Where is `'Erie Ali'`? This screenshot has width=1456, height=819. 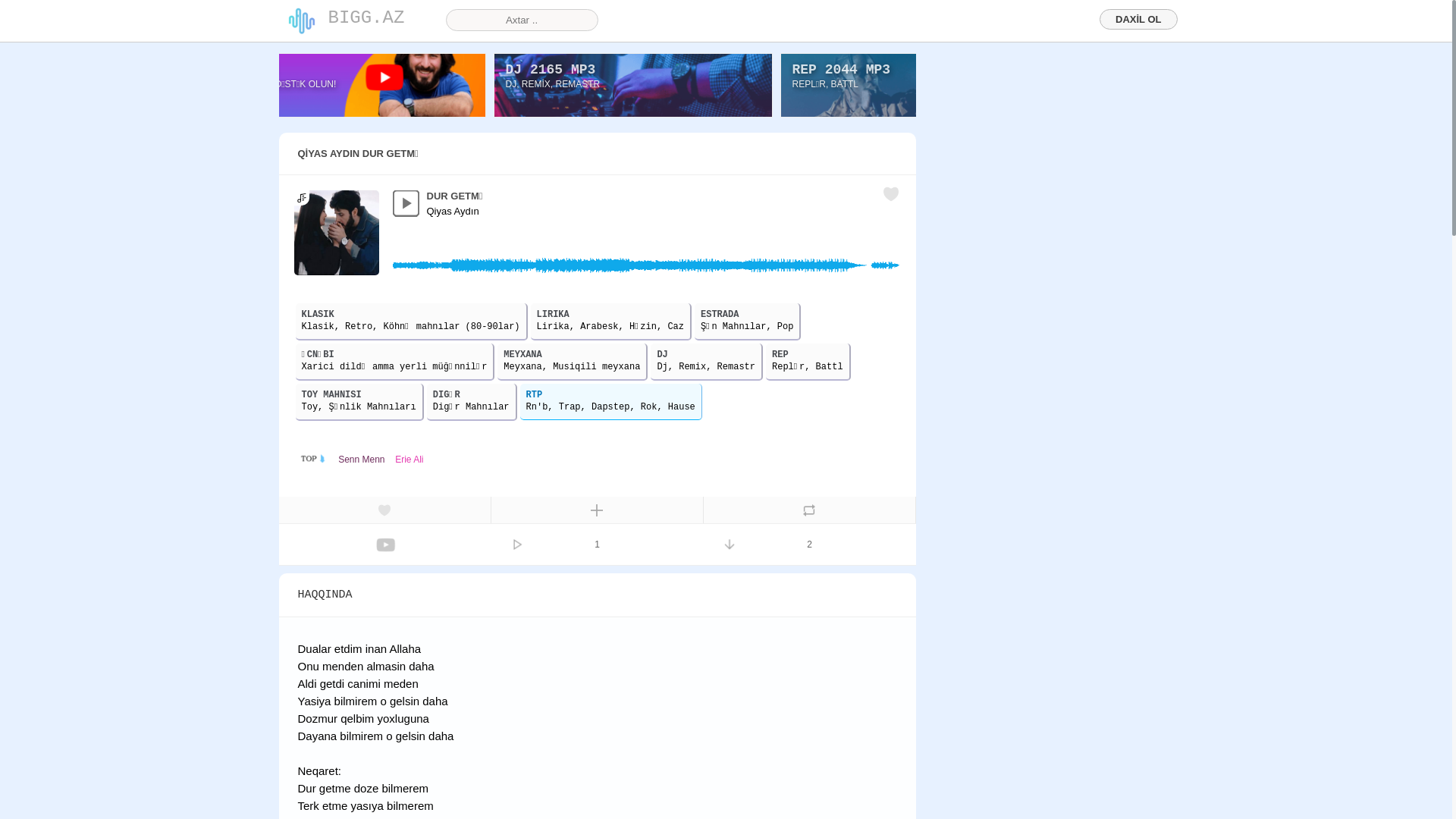 'Erie Ali' is located at coordinates (409, 458).